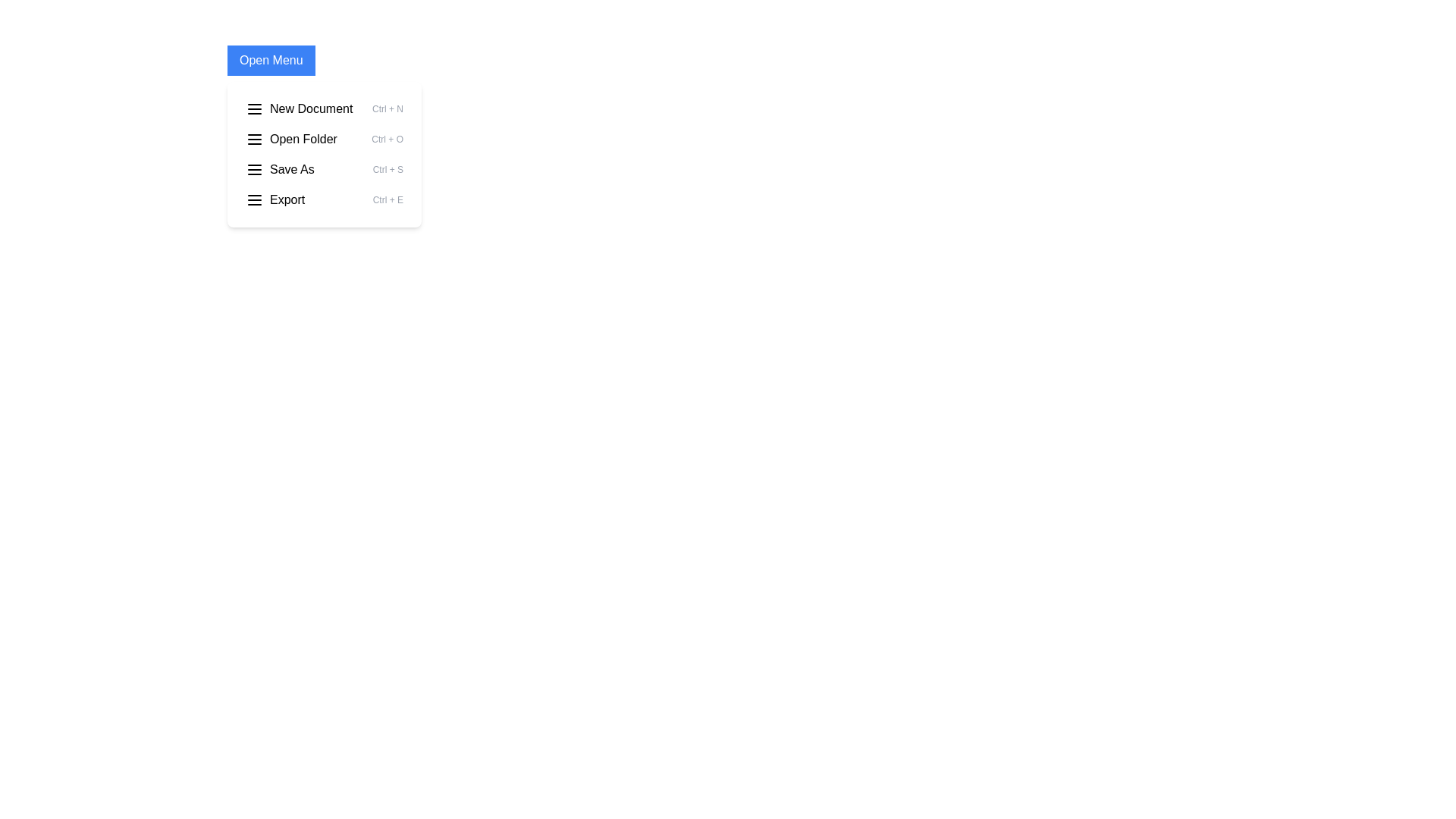  What do you see at coordinates (280, 169) in the screenshot?
I see `the 'Save As' Menu Item, which features a three-line icon next to the text label, positioned as the third entry in a vertical menu` at bounding box center [280, 169].